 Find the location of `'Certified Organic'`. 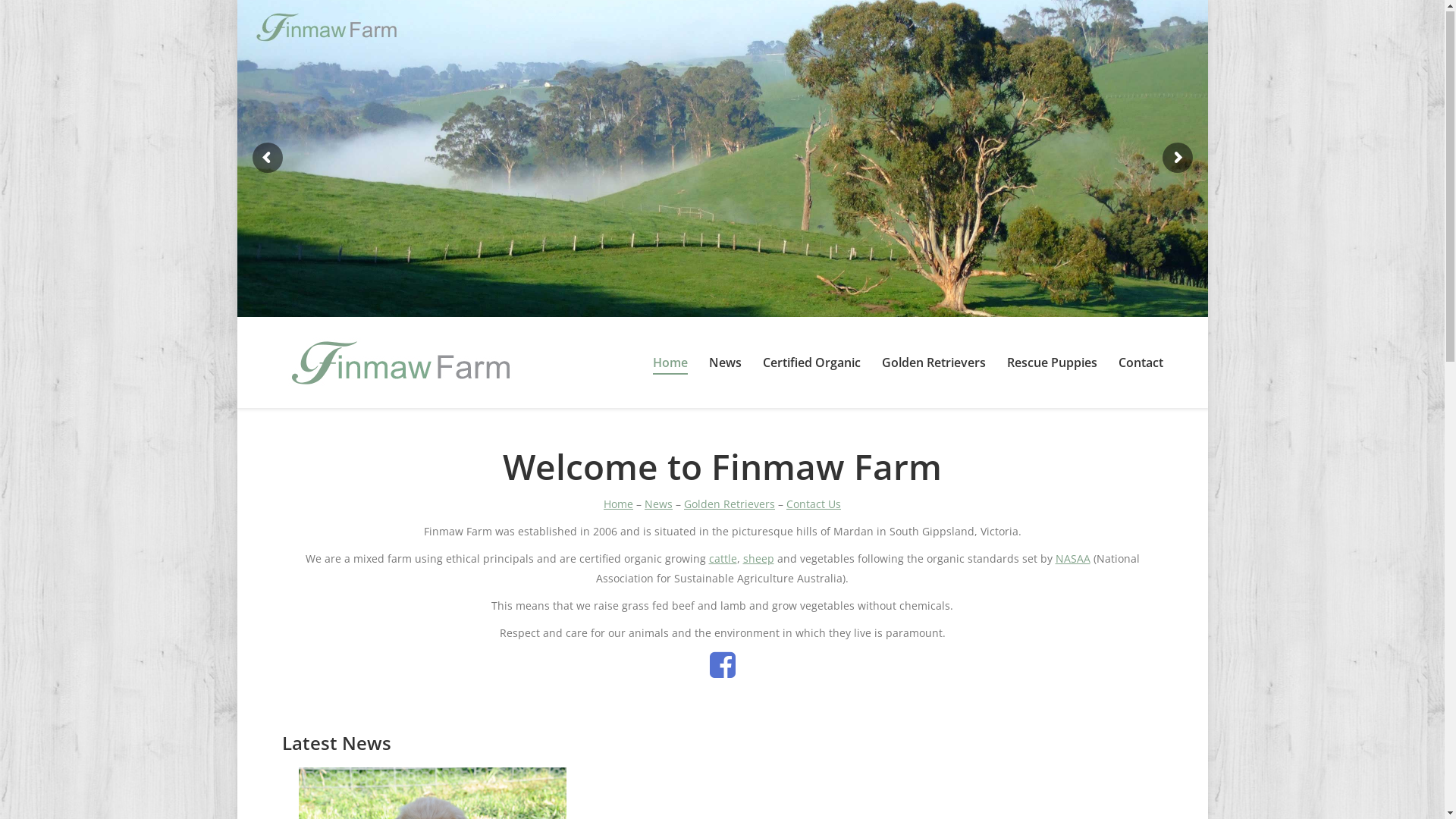

'Certified Organic' is located at coordinates (811, 363).